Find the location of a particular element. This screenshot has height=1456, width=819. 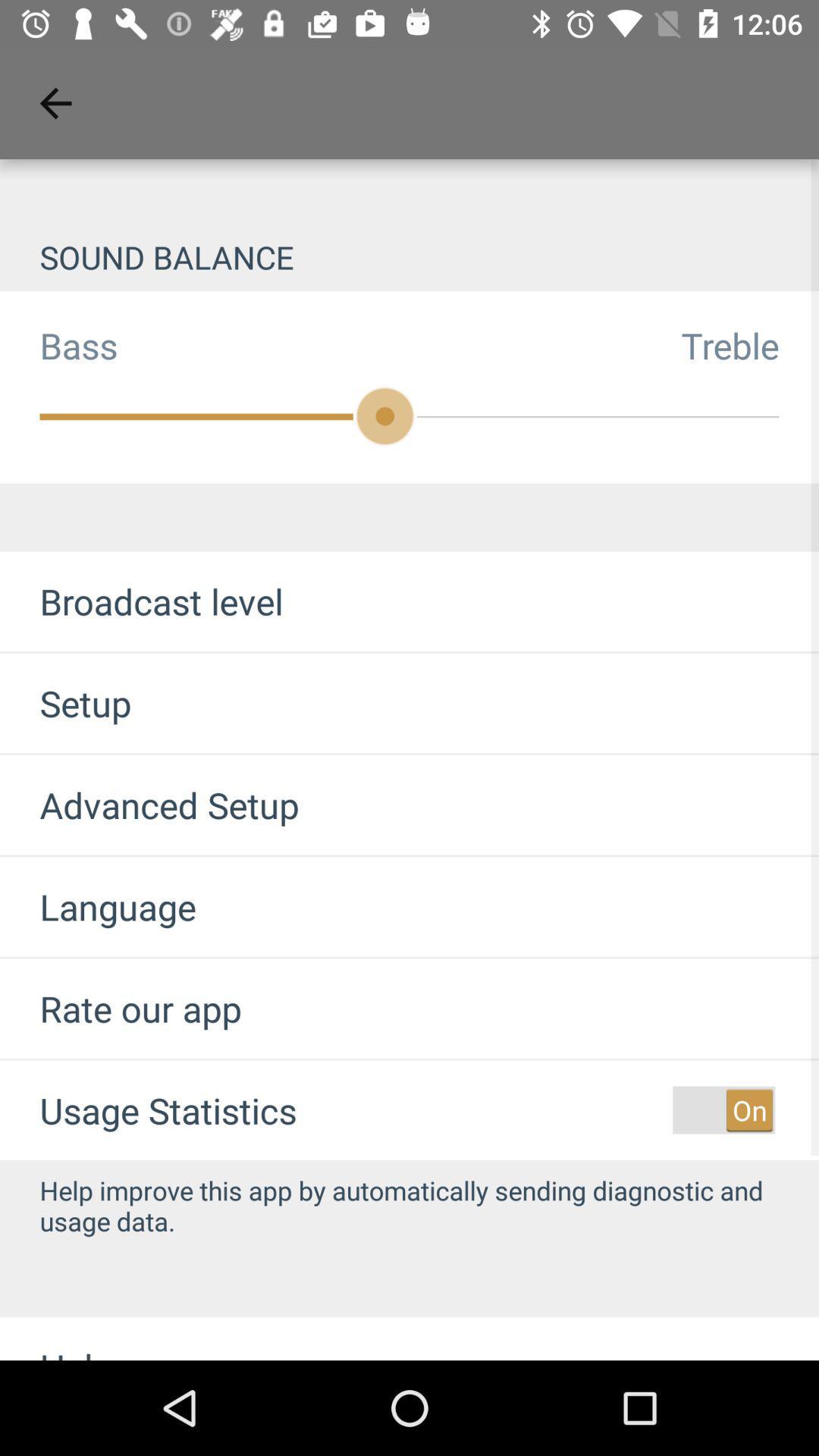

treble item is located at coordinates (749, 344).